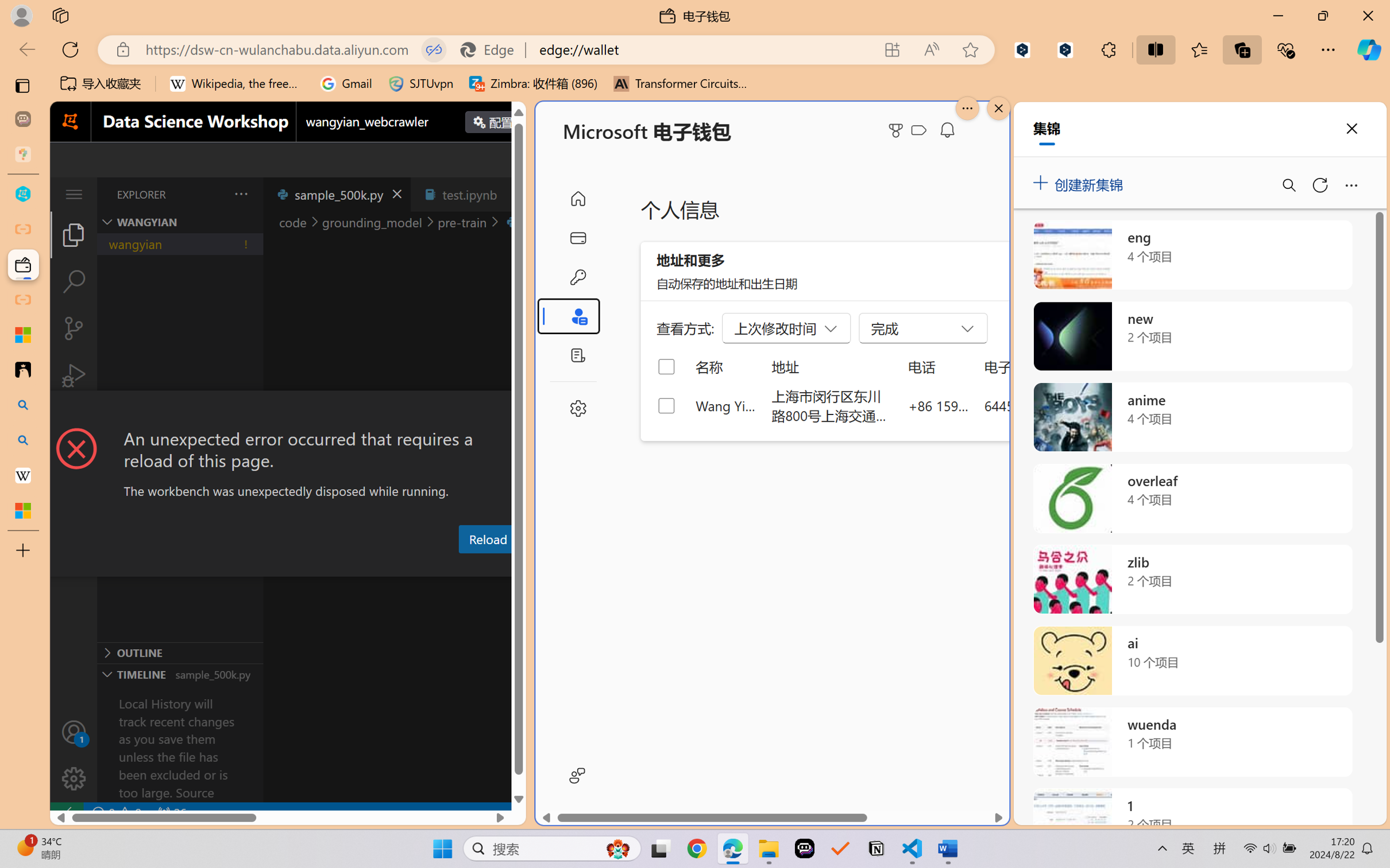  I want to click on 'Explorer Section: wangyian', so click(180, 222).